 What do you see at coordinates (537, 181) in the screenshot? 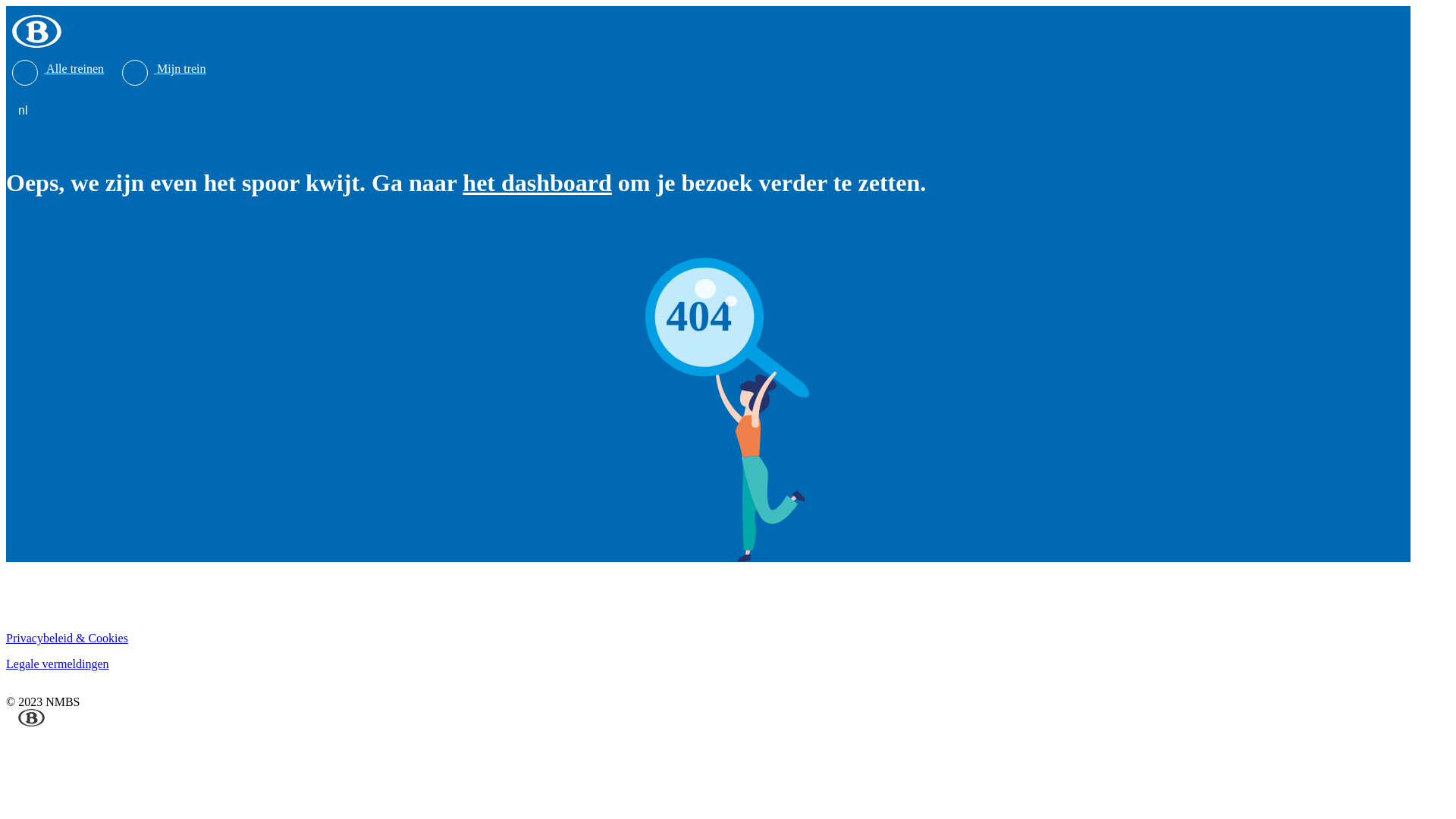
I see `'het dashboard'` at bounding box center [537, 181].